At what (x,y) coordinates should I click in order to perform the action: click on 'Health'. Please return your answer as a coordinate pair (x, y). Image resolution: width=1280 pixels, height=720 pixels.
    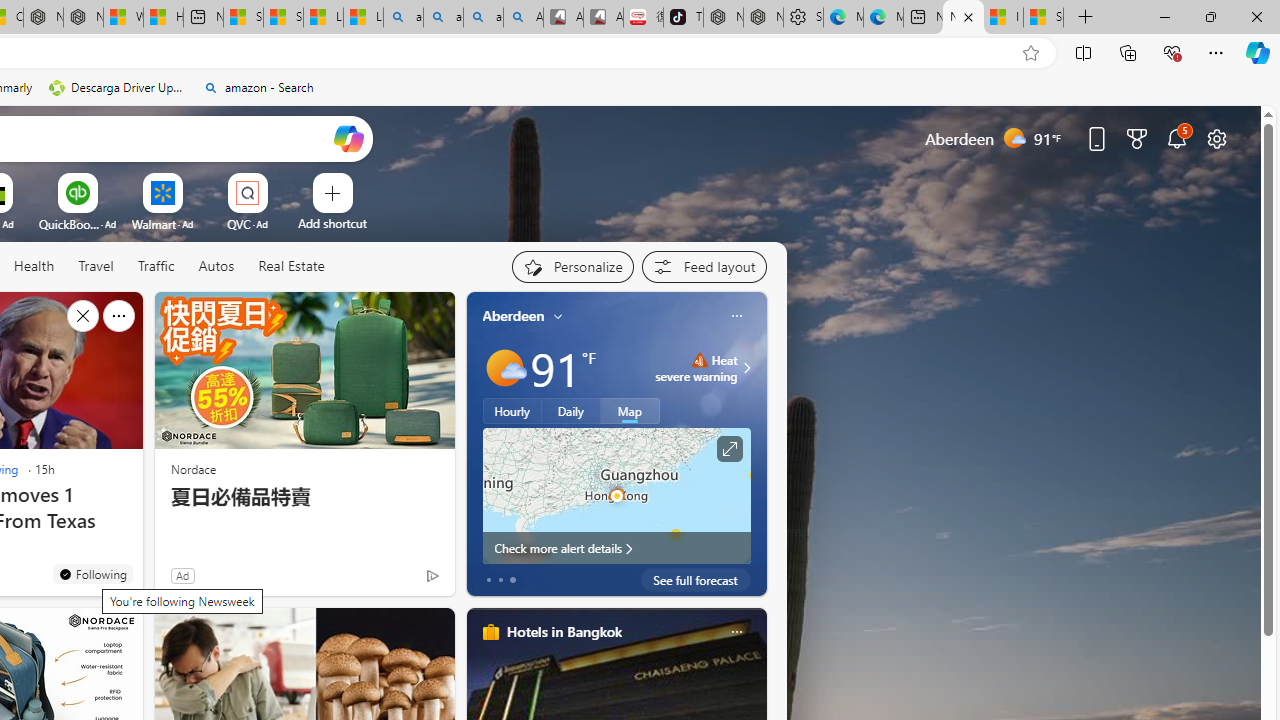
    Looking at the image, I should click on (34, 265).